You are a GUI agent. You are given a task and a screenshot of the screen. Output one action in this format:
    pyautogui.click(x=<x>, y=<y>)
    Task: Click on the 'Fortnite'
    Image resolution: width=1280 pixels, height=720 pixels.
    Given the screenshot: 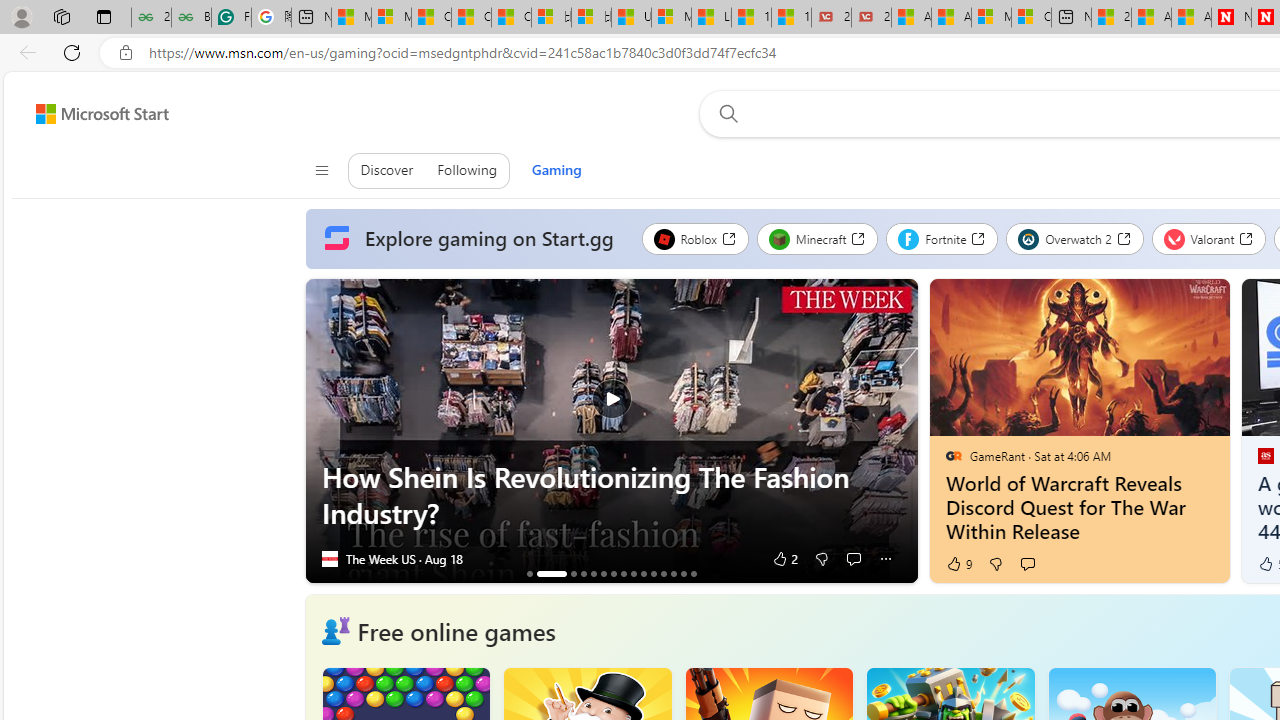 What is the action you would take?
    pyautogui.click(x=941, y=238)
    